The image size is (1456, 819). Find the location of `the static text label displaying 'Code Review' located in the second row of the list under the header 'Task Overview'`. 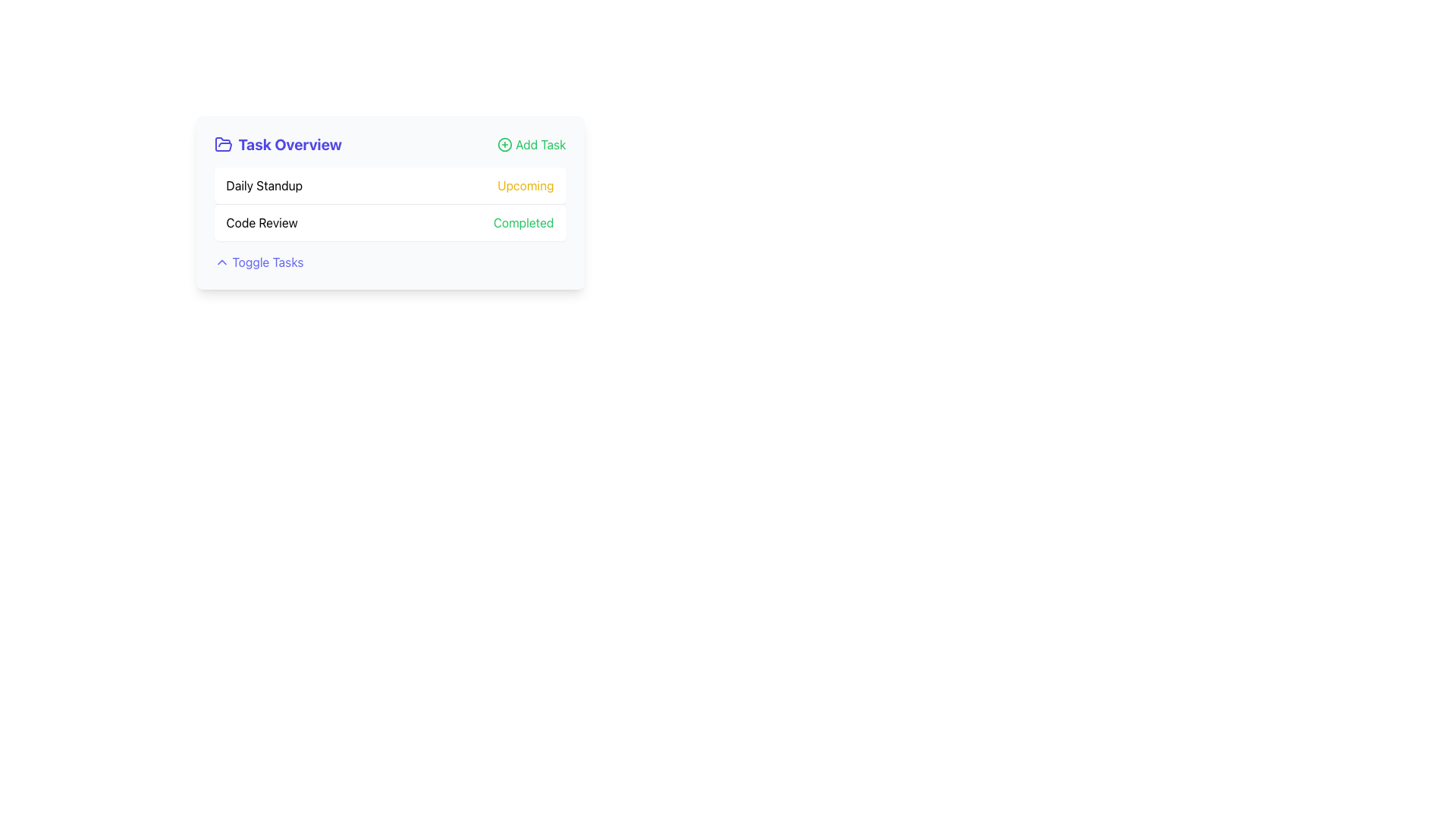

the static text label displaying 'Code Review' located in the second row of the list under the header 'Task Overview' is located at coordinates (262, 222).